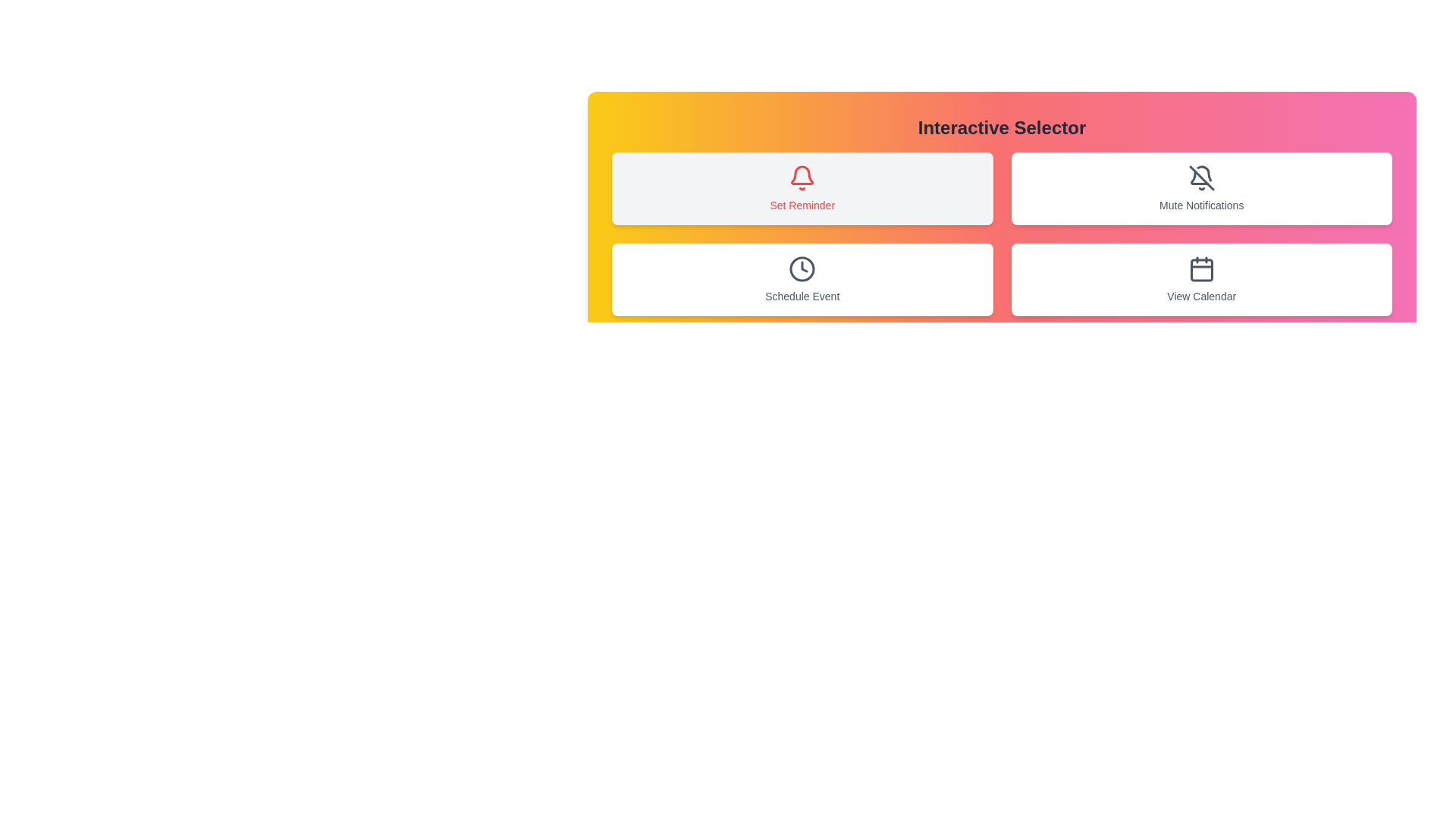 This screenshot has width=1456, height=819. I want to click on the button corresponding to Mute Notifications to select it, so click(1200, 188).